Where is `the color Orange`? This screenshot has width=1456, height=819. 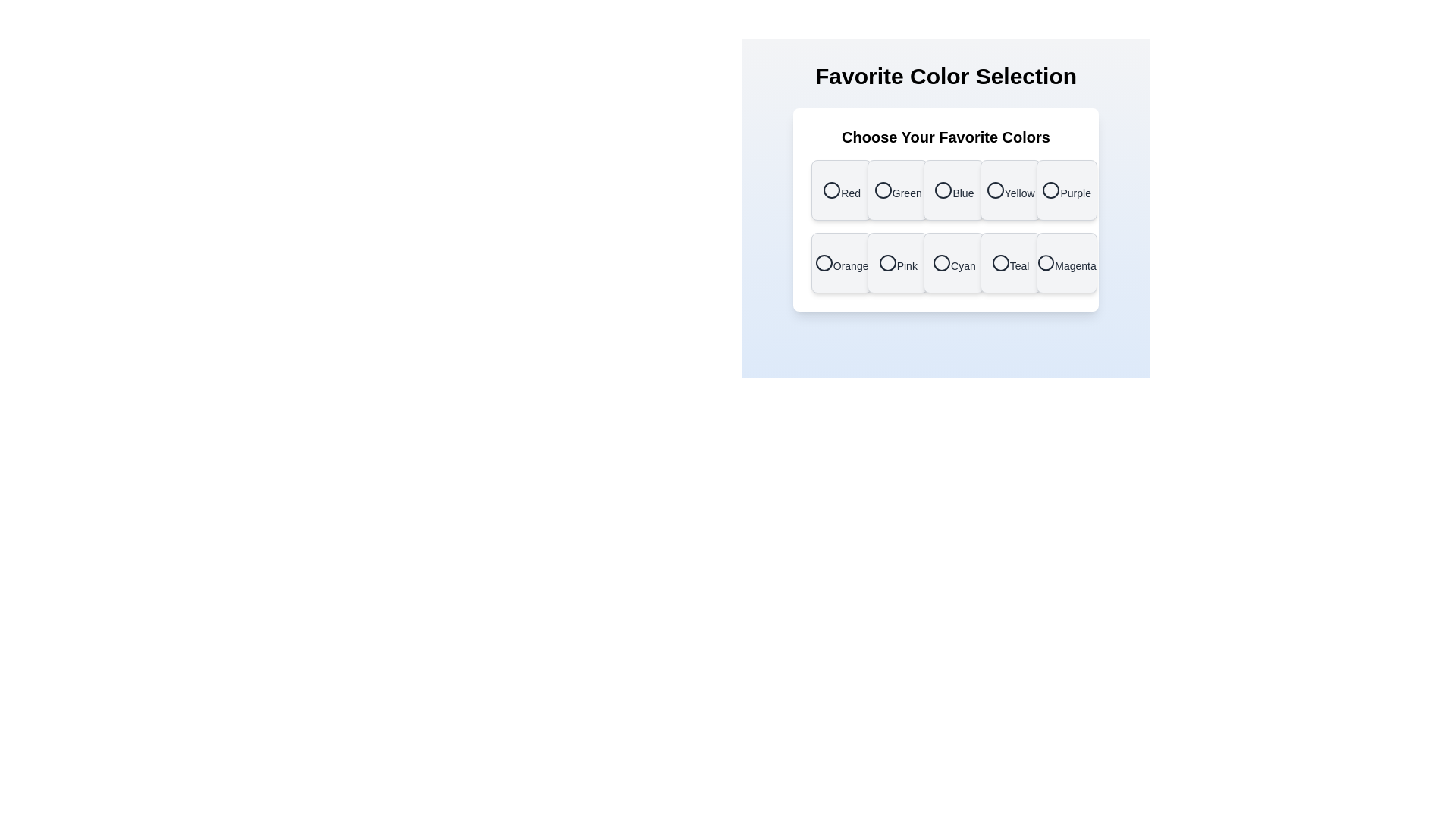
the color Orange is located at coordinates (841, 262).